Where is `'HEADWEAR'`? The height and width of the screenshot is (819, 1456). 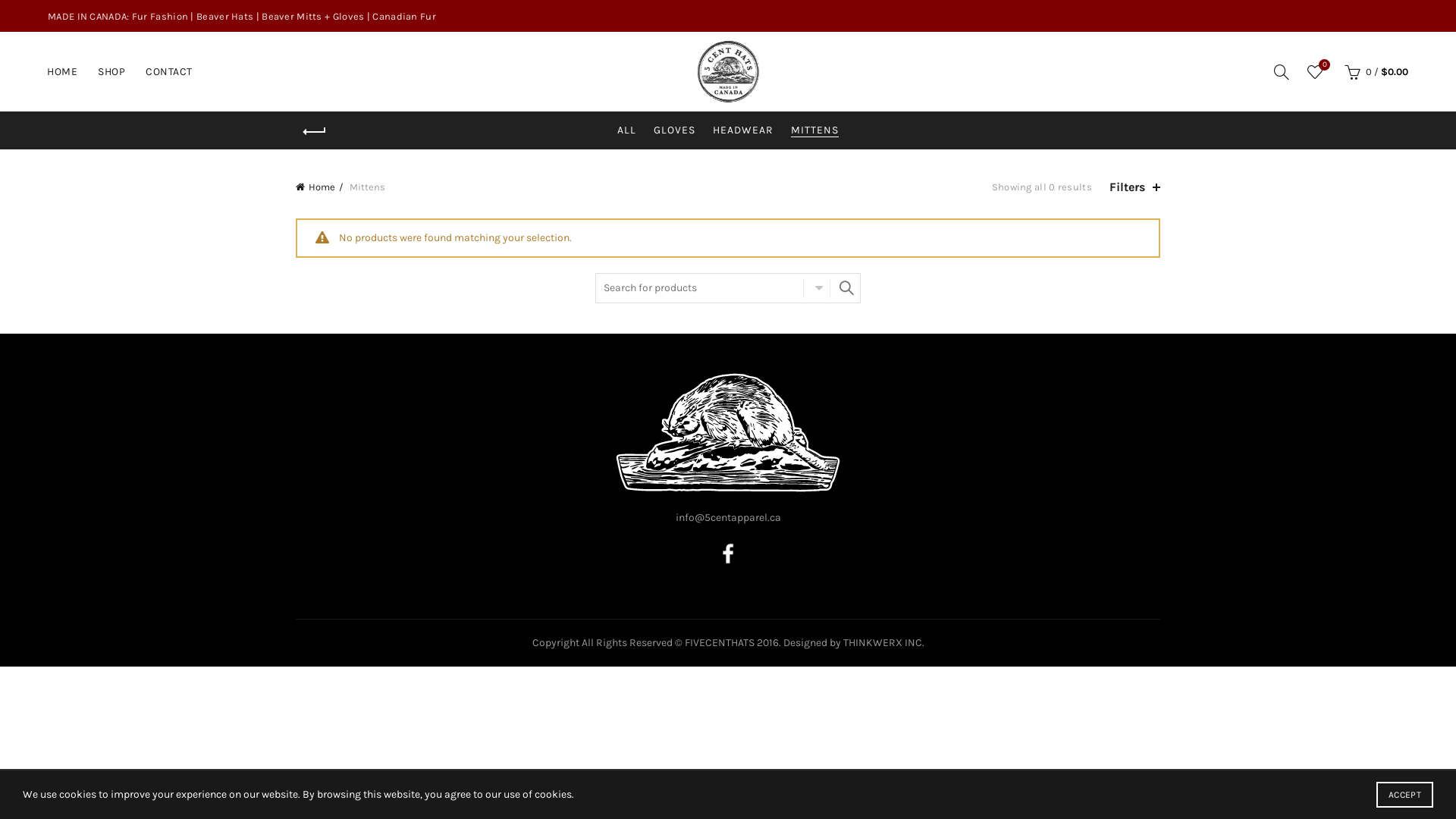 'HEADWEAR' is located at coordinates (742, 130).